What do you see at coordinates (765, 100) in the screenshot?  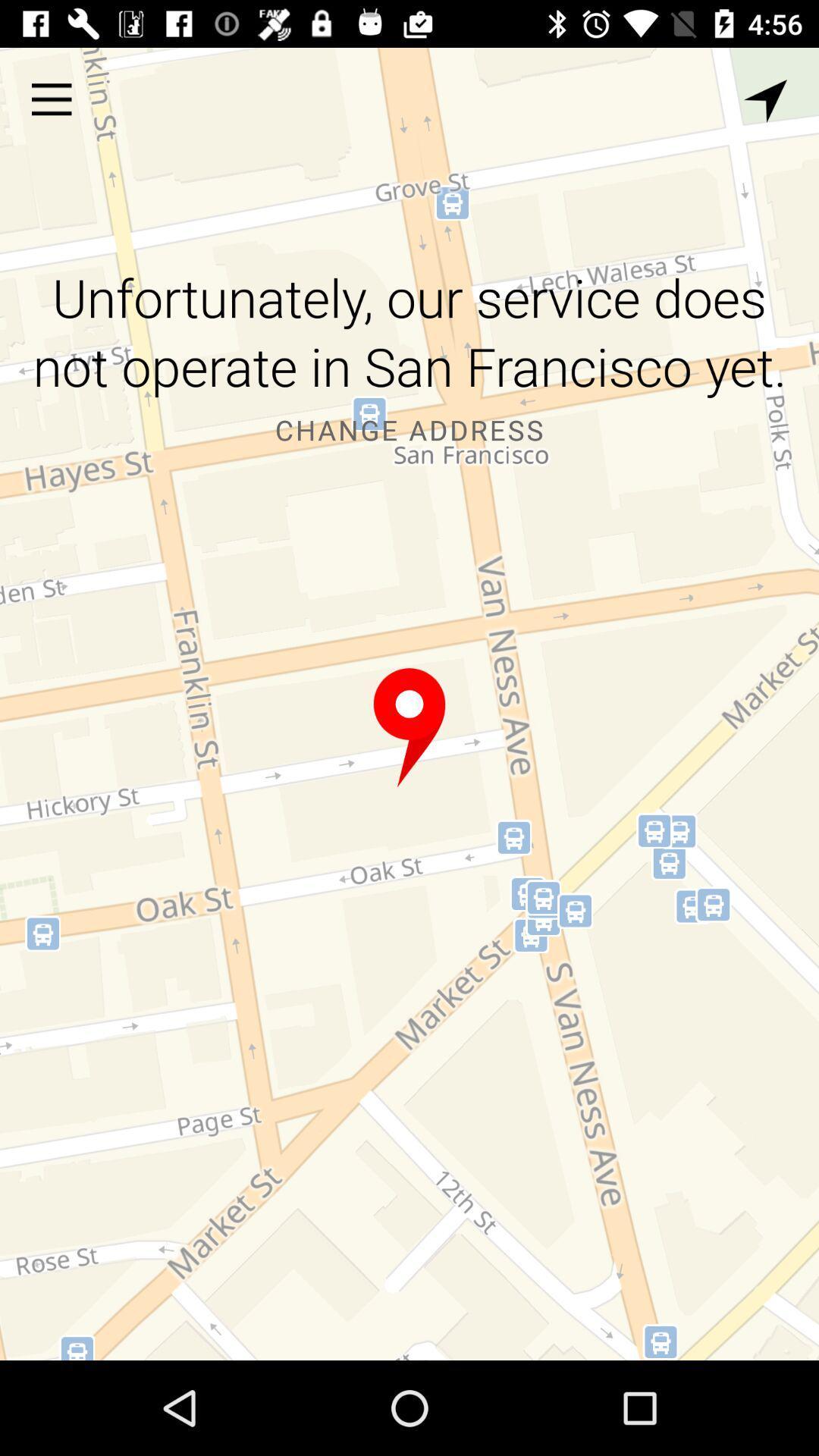 I see `the item above unfortunately our service item` at bounding box center [765, 100].